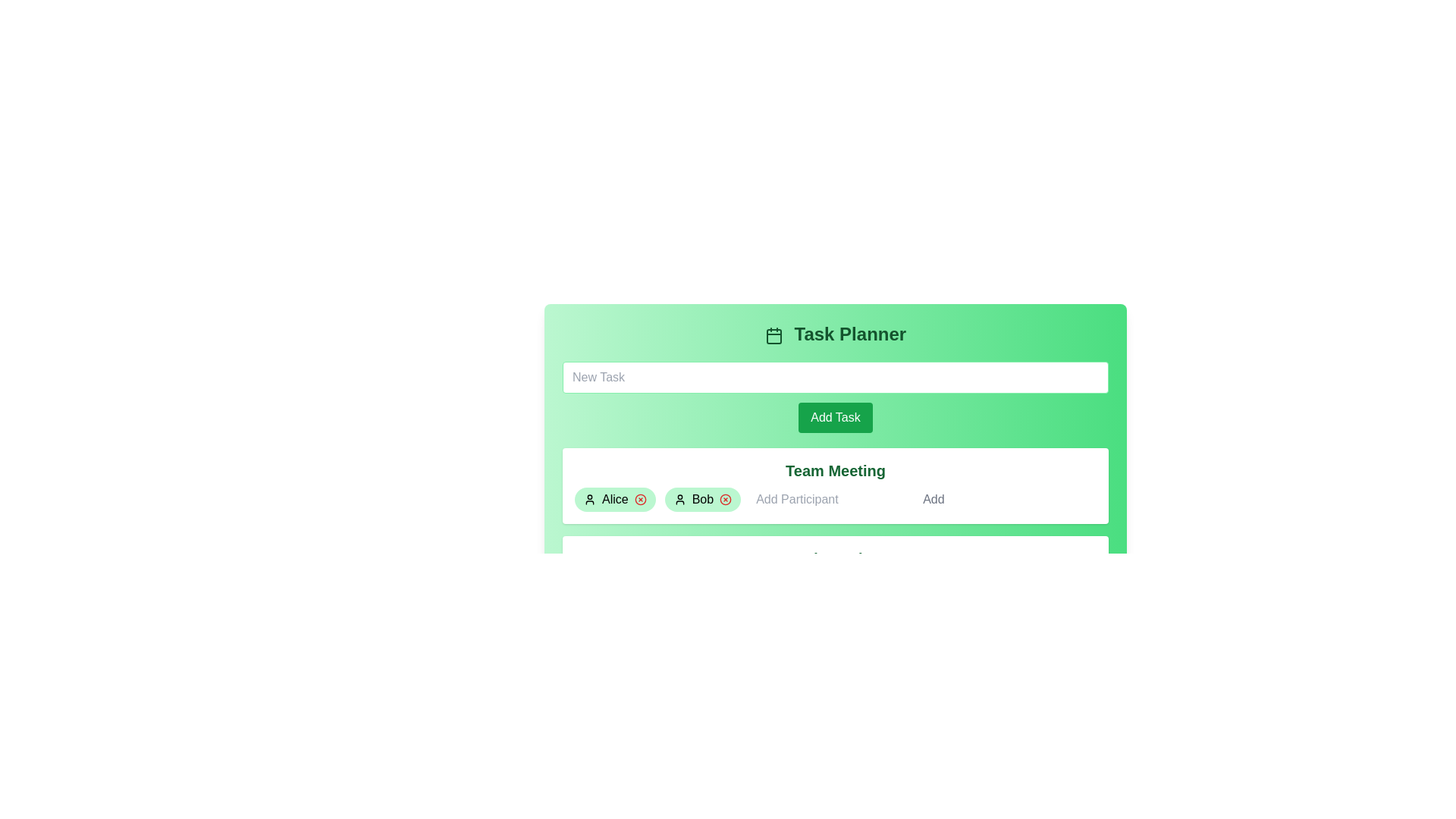 The image size is (1456, 819). I want to click on the center of the text label reading 'Alice' within the tag component in the 'Team Meeting' section for interaction, so click(615, 500).